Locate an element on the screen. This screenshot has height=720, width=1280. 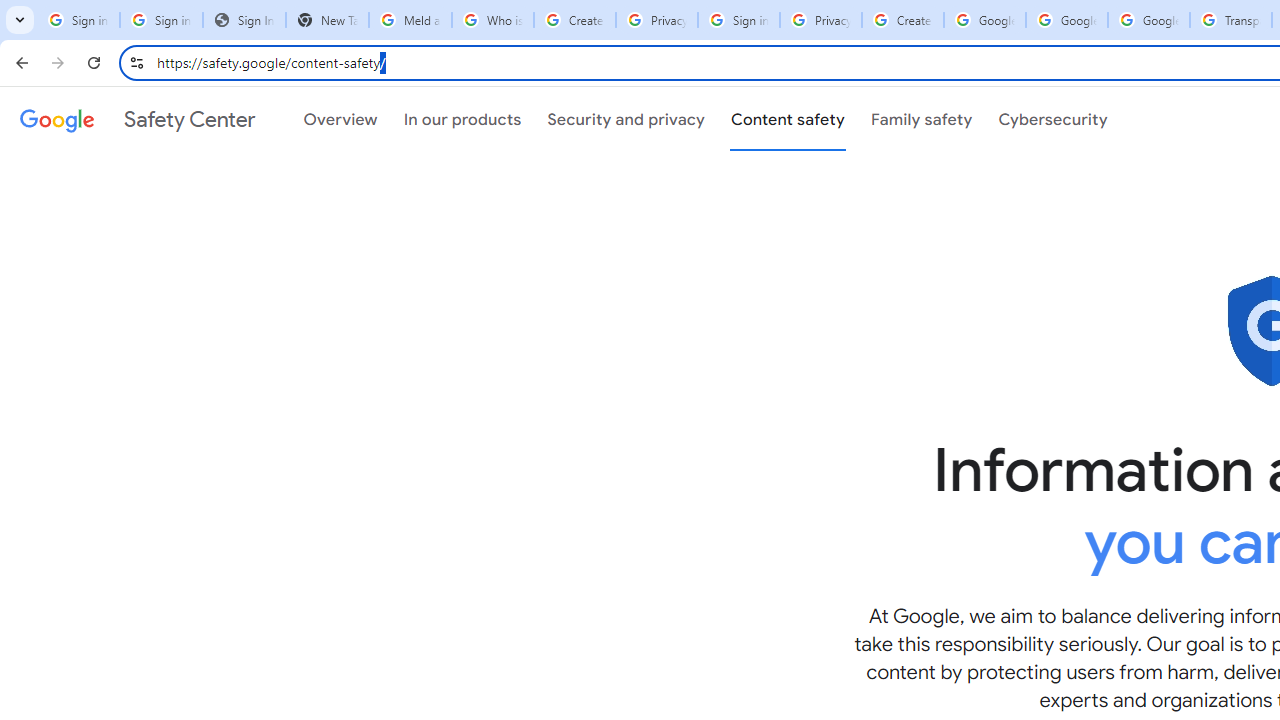
'In our products' is located at coordinates (461, 119).